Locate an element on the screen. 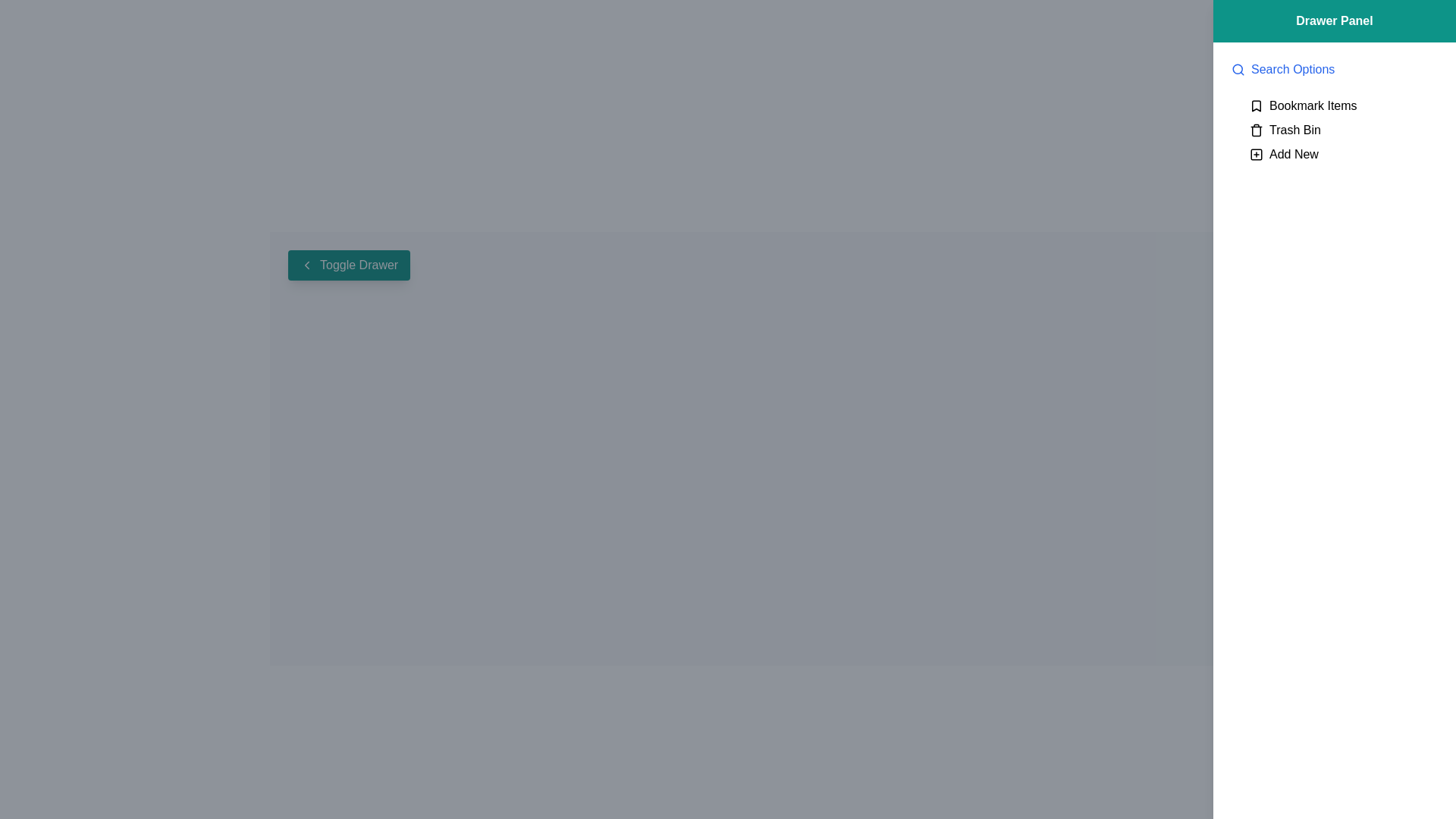  the first entry in the dropdown menu that allows users to access or manage bookmarked items is located at coordinates (1302, 105).